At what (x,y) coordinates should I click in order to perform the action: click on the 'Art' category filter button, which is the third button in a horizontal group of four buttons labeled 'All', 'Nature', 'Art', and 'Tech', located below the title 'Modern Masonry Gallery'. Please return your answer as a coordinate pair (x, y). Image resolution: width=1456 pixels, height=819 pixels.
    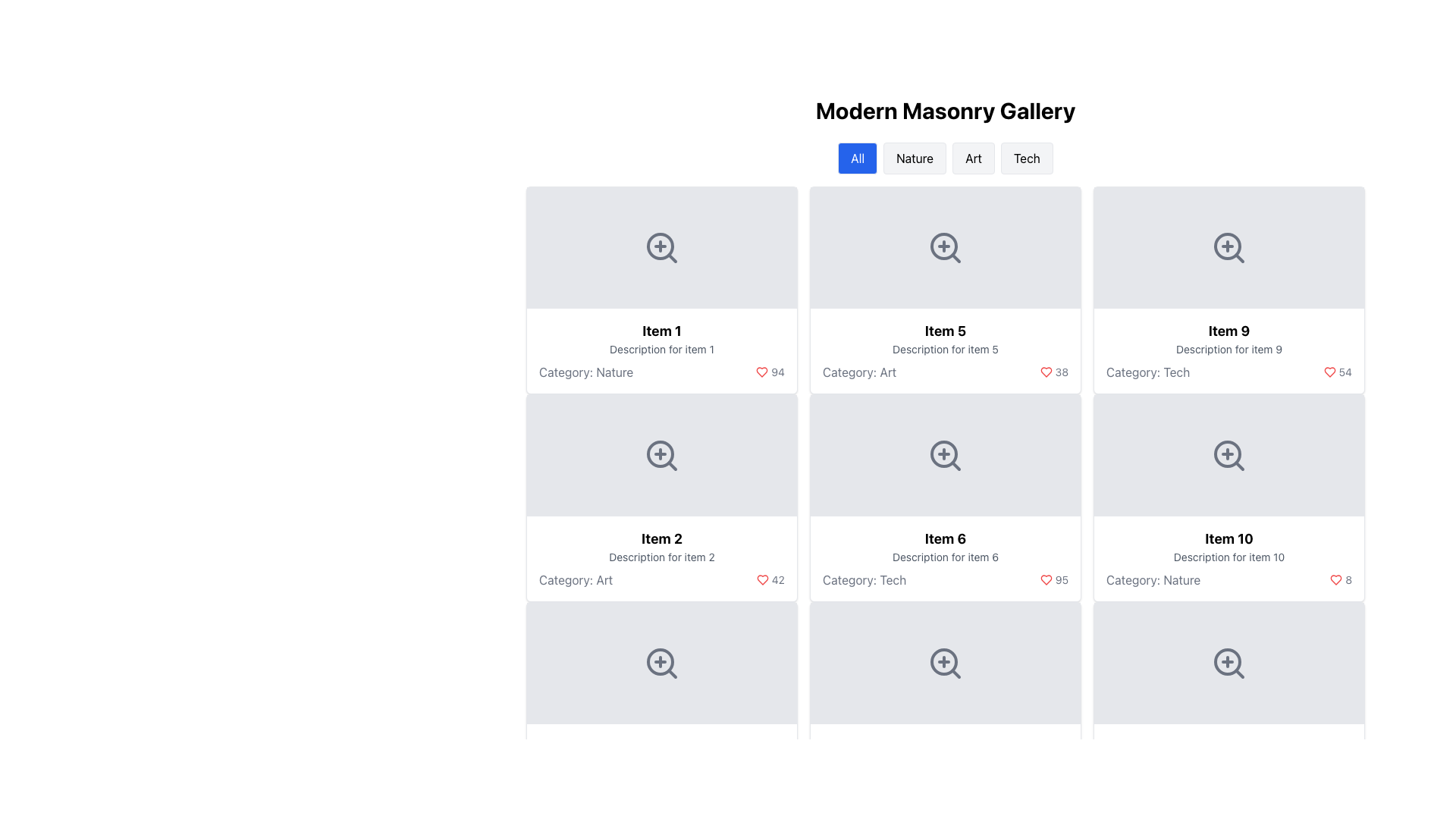
    Looking at the image, I should click on (974, 158).